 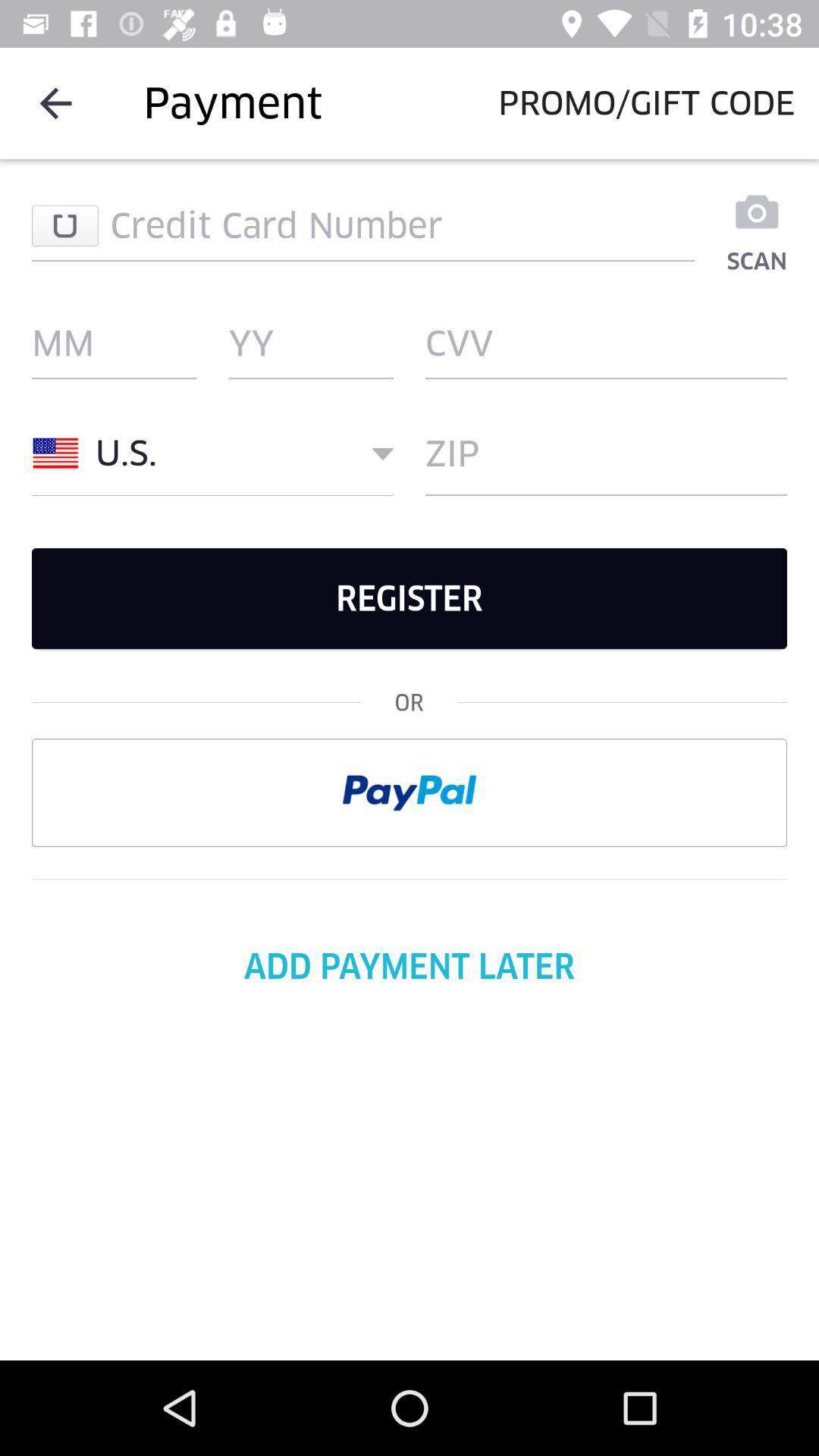 What do you see at coordinates (113, 342) in the screenshot?
I see `month` at bounding box center [113, 342].